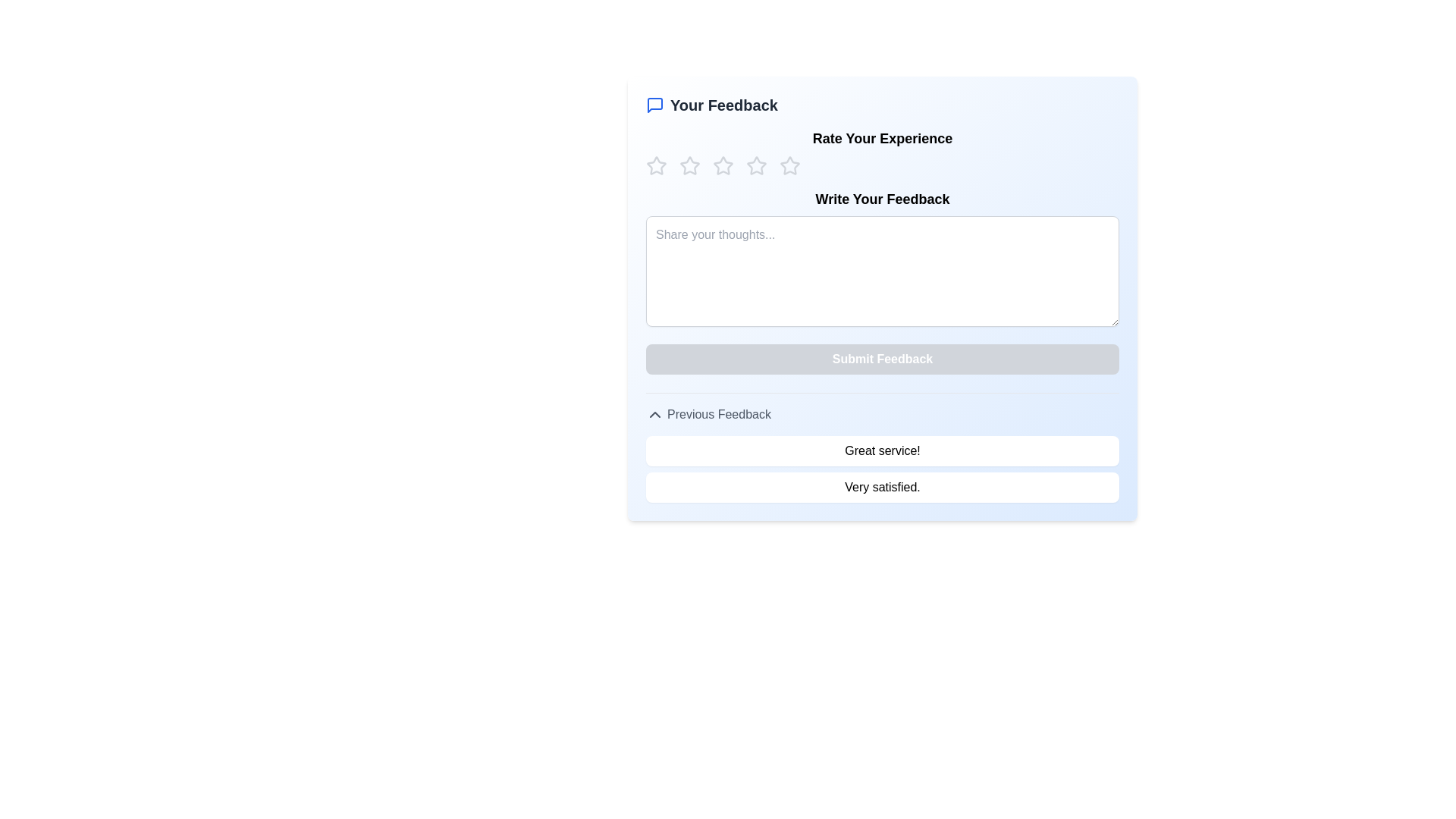 The height and width of the screenshot is (819, 1456). What do you see at coordinates (656, 165) in the screenshot?
I see `the first star icon in the row of five icons used for rating purposes, located under the 'Rate Your Experience' heading` at bounding box center [656, 165].